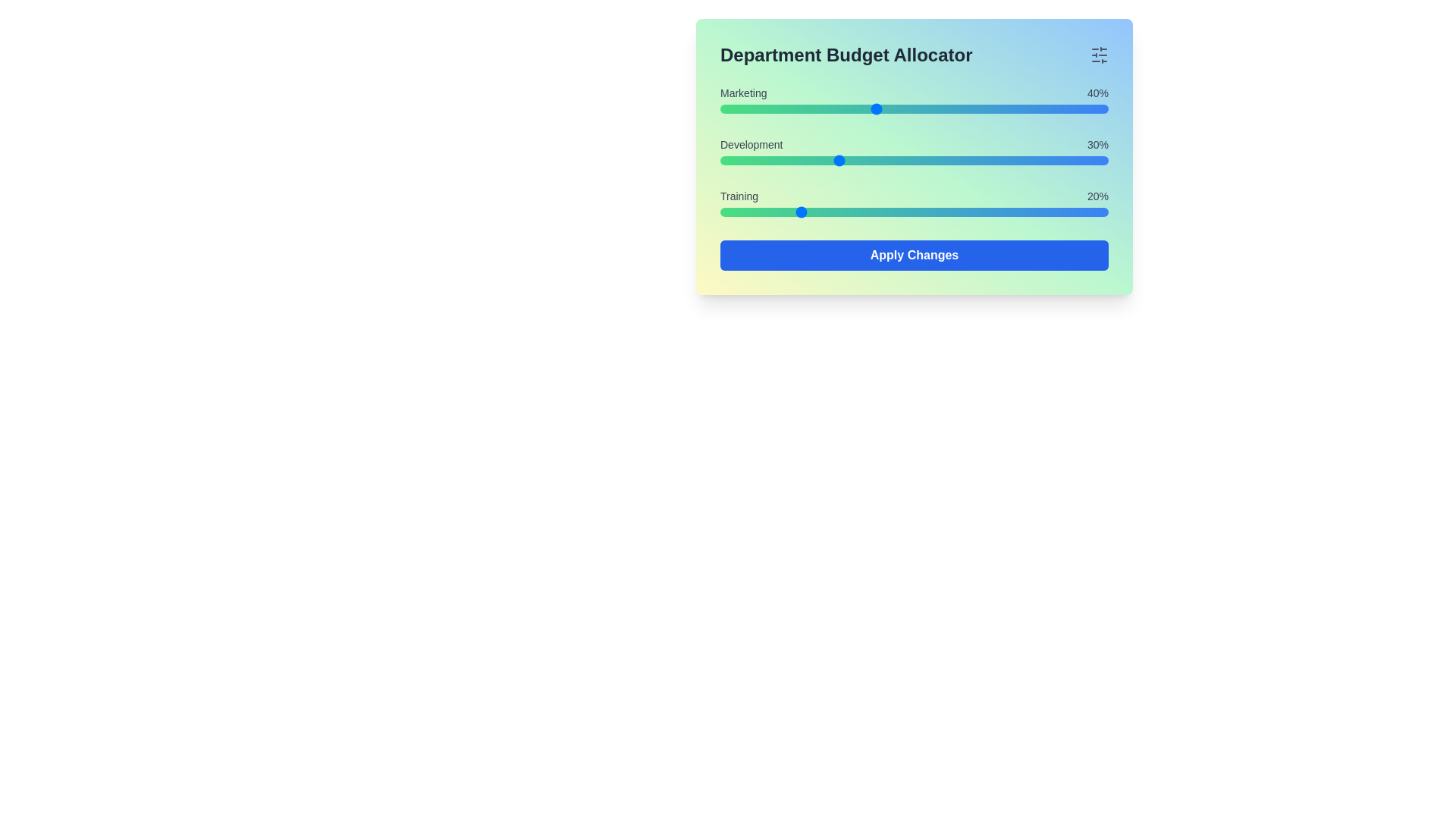  I want to click on the Training budget slider to 69%, so click(988, 212).